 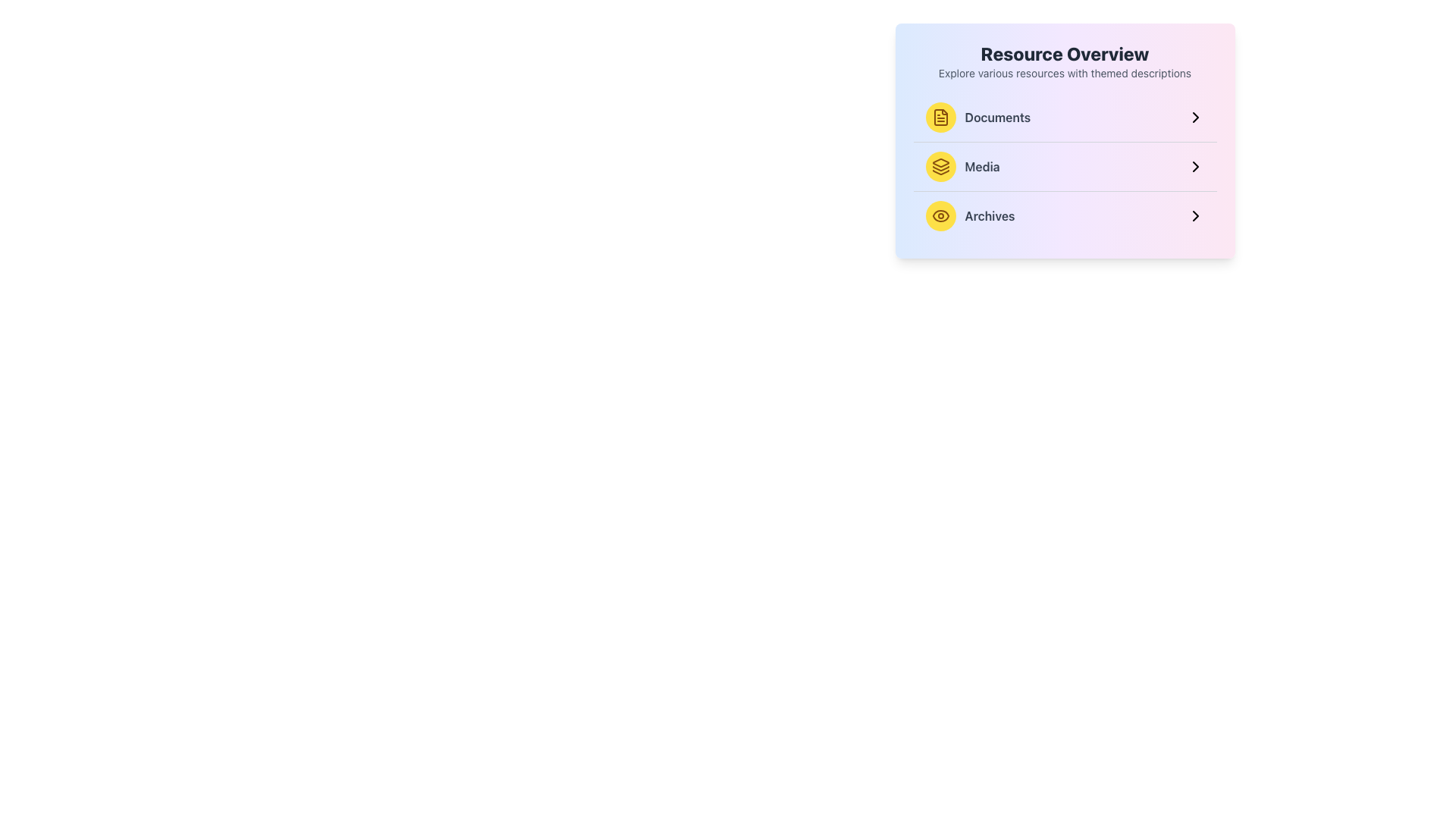 What do you see at coordinates (961, 166) in the screenshot?
I see `the second menu item labeled 'Media' in the 'Resource Overview' card by clicking on it` at bounding box center [961, 166].